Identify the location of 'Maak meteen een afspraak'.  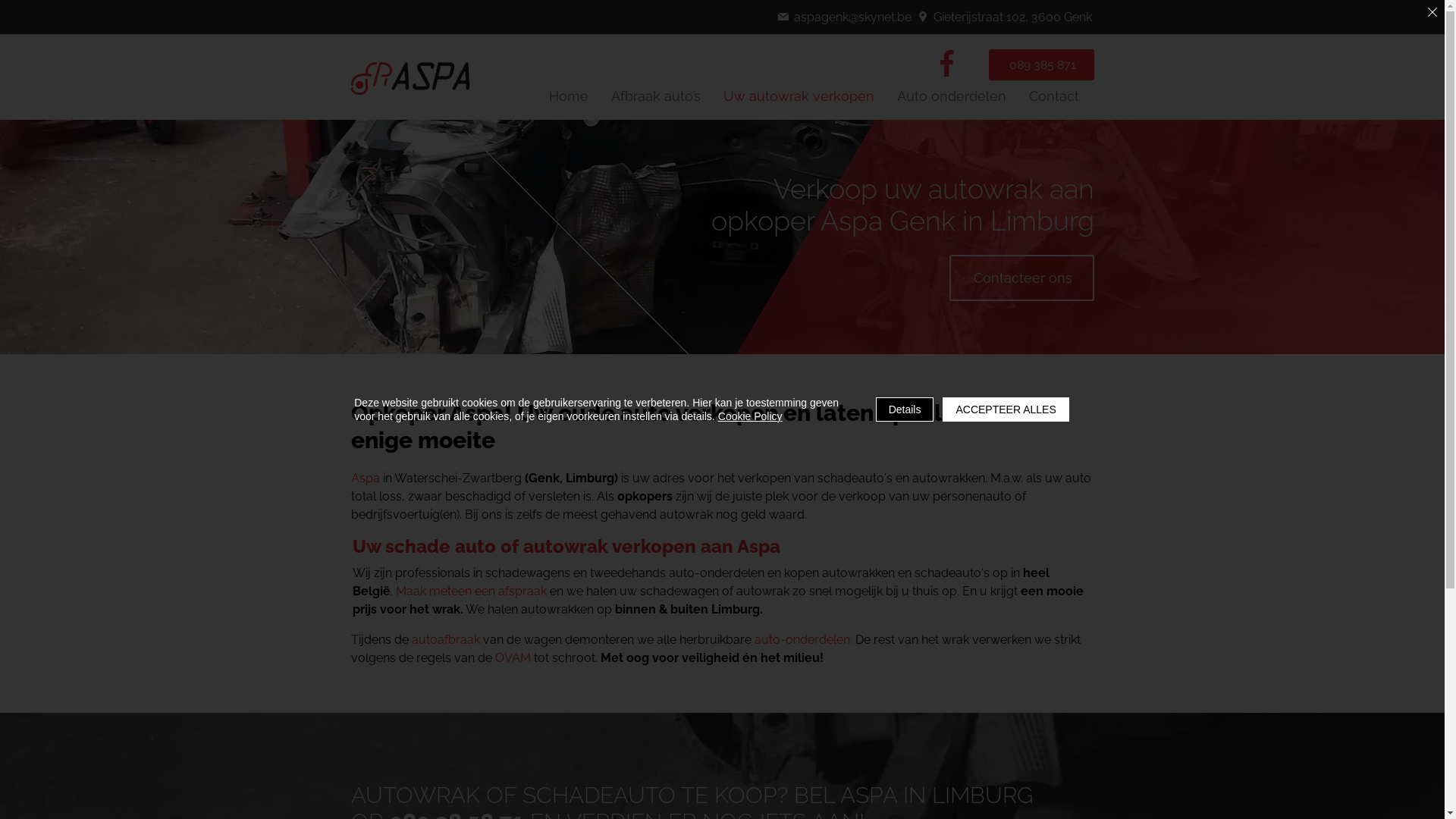
(470, 590).